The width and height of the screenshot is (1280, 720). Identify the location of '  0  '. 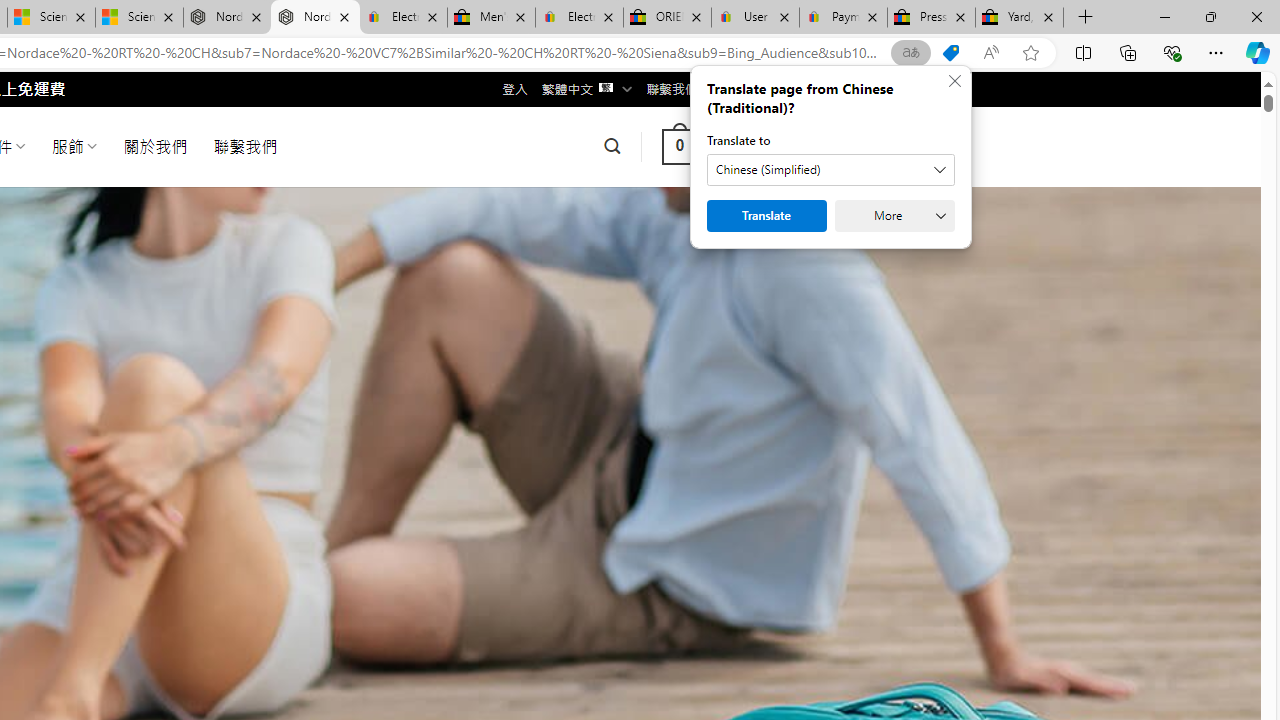
(679, 145).